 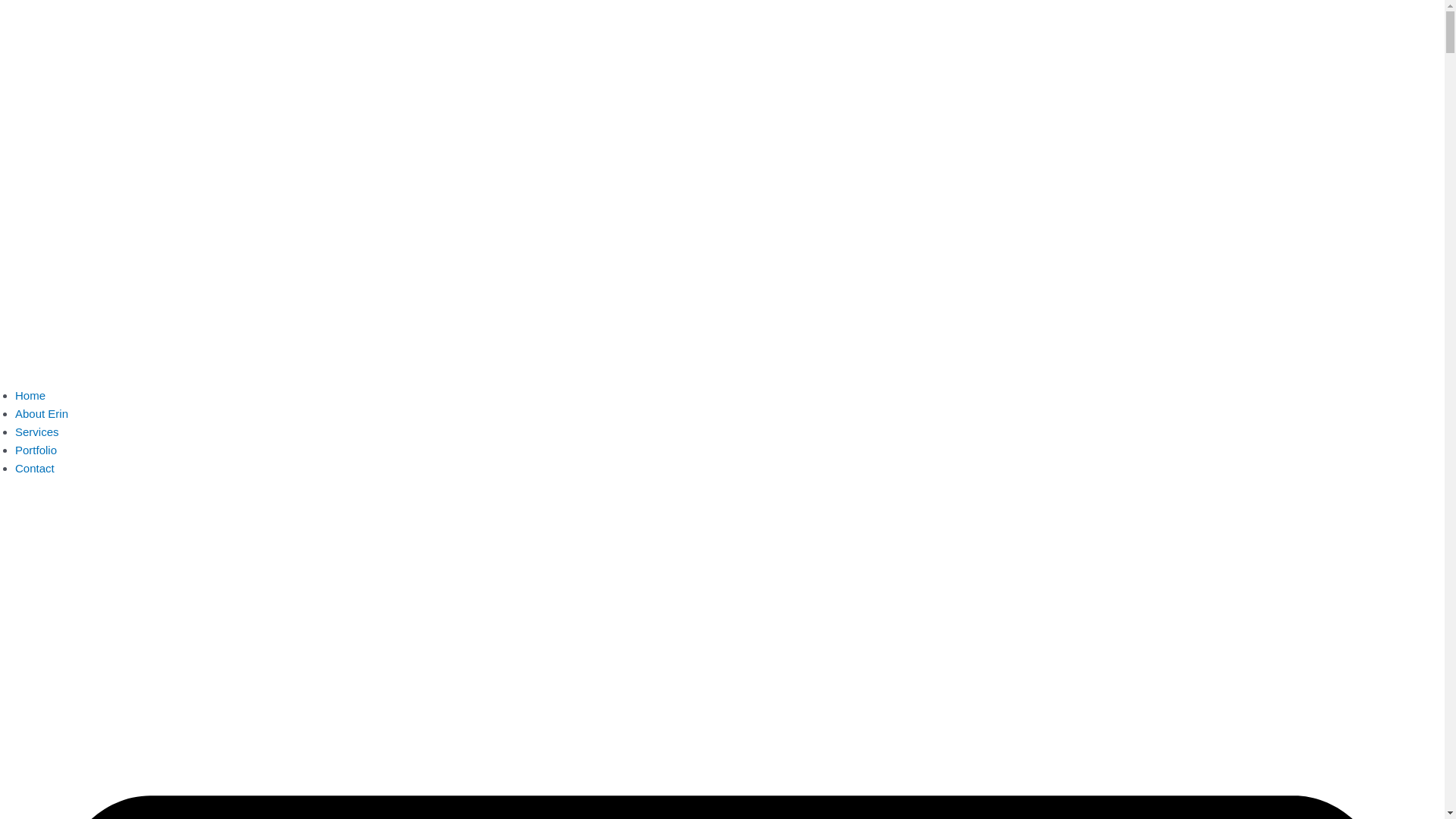 What do you see at coordinates (36, 431) in the screenshot?
I see `'Services'` at bounding box center [36, 431].